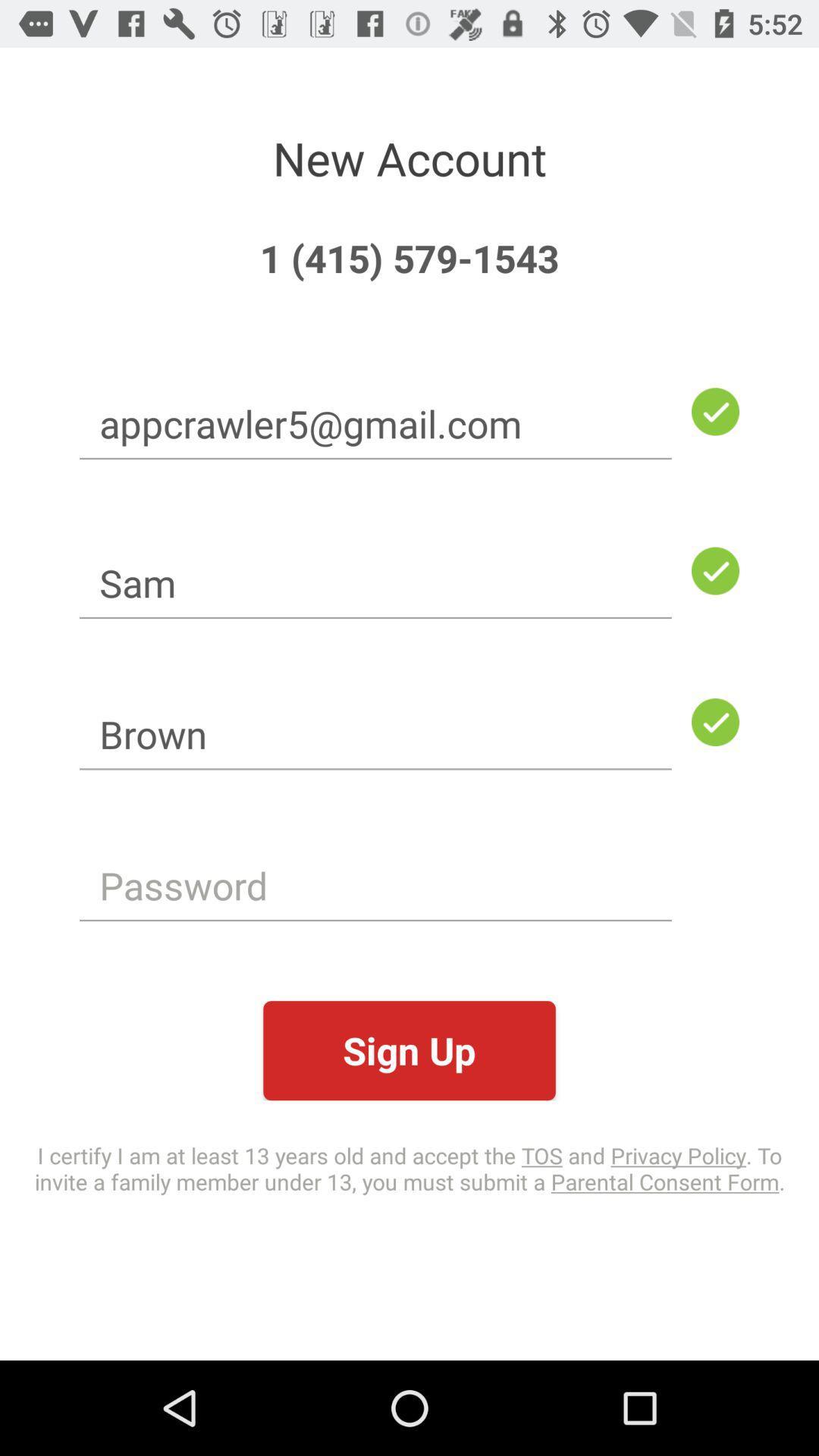 This screenshot has height=1456, width=819. What do you see at coordinates (375, 582) in the screenshot?
I see `item below the appcrawler5@gmail.com item` at bounding box center [375, 582].